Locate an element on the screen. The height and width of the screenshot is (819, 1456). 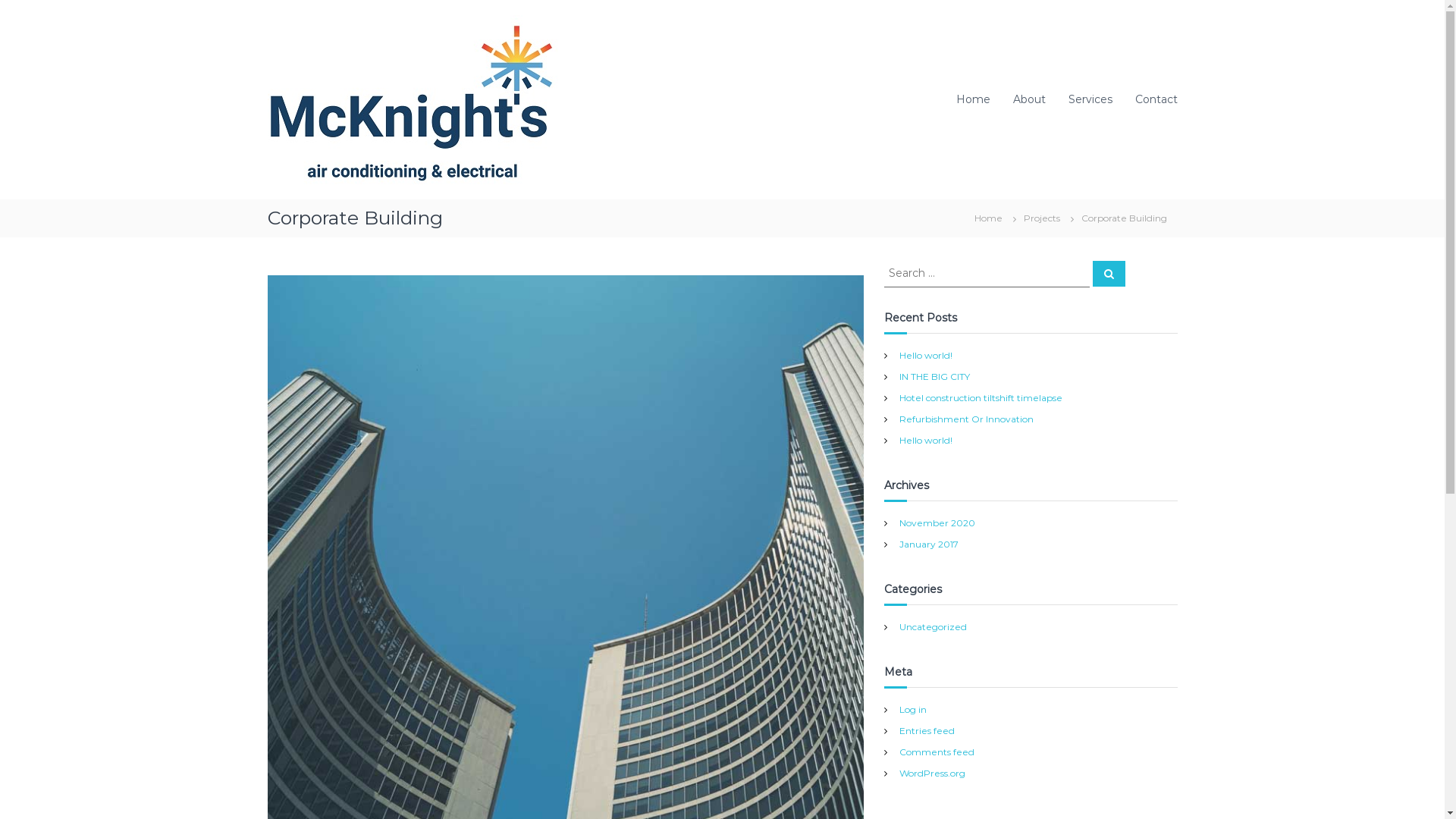
'Contact' is located at coordinates (1154, 99).